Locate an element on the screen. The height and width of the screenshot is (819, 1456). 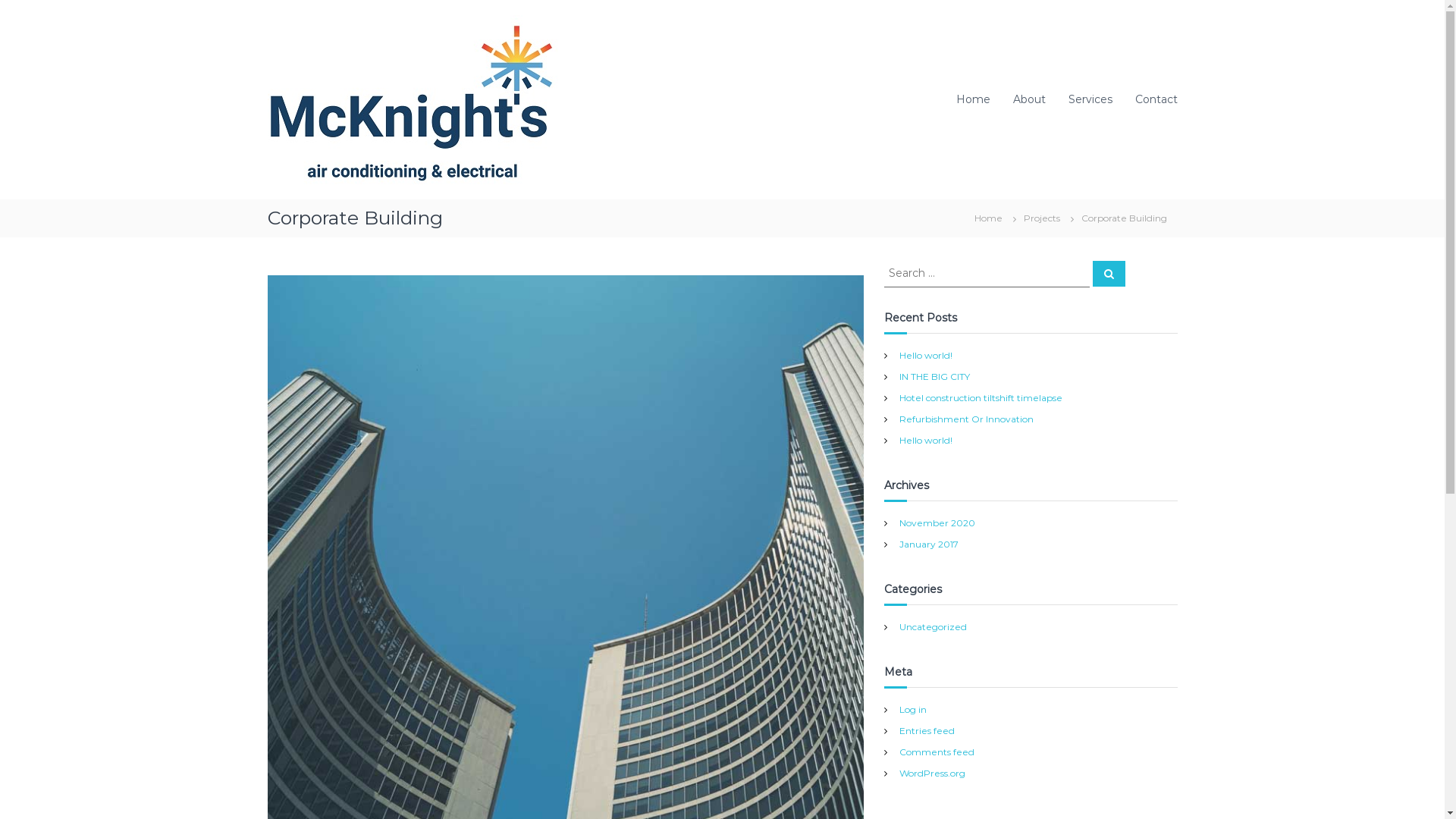
'Contact' is located at coordinates (1154, 99).